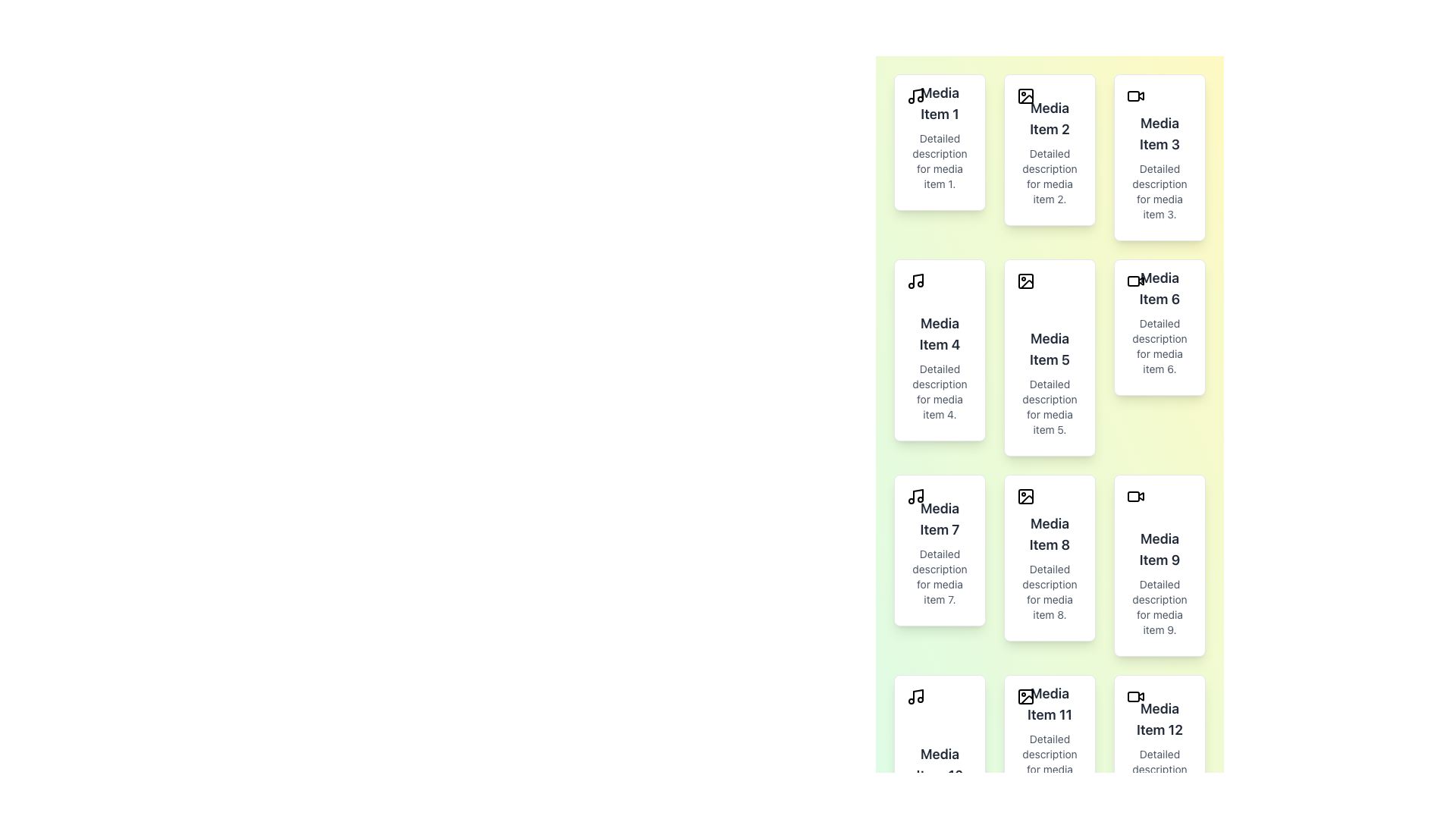 This screenshot has height=819, width=1456. What do you see at coordinates (939, 143) in the screenshot?
I see `the first media card titled 'Media Item 1' located in the top-left corner of the grid layout` at bounding box center [939, 143].